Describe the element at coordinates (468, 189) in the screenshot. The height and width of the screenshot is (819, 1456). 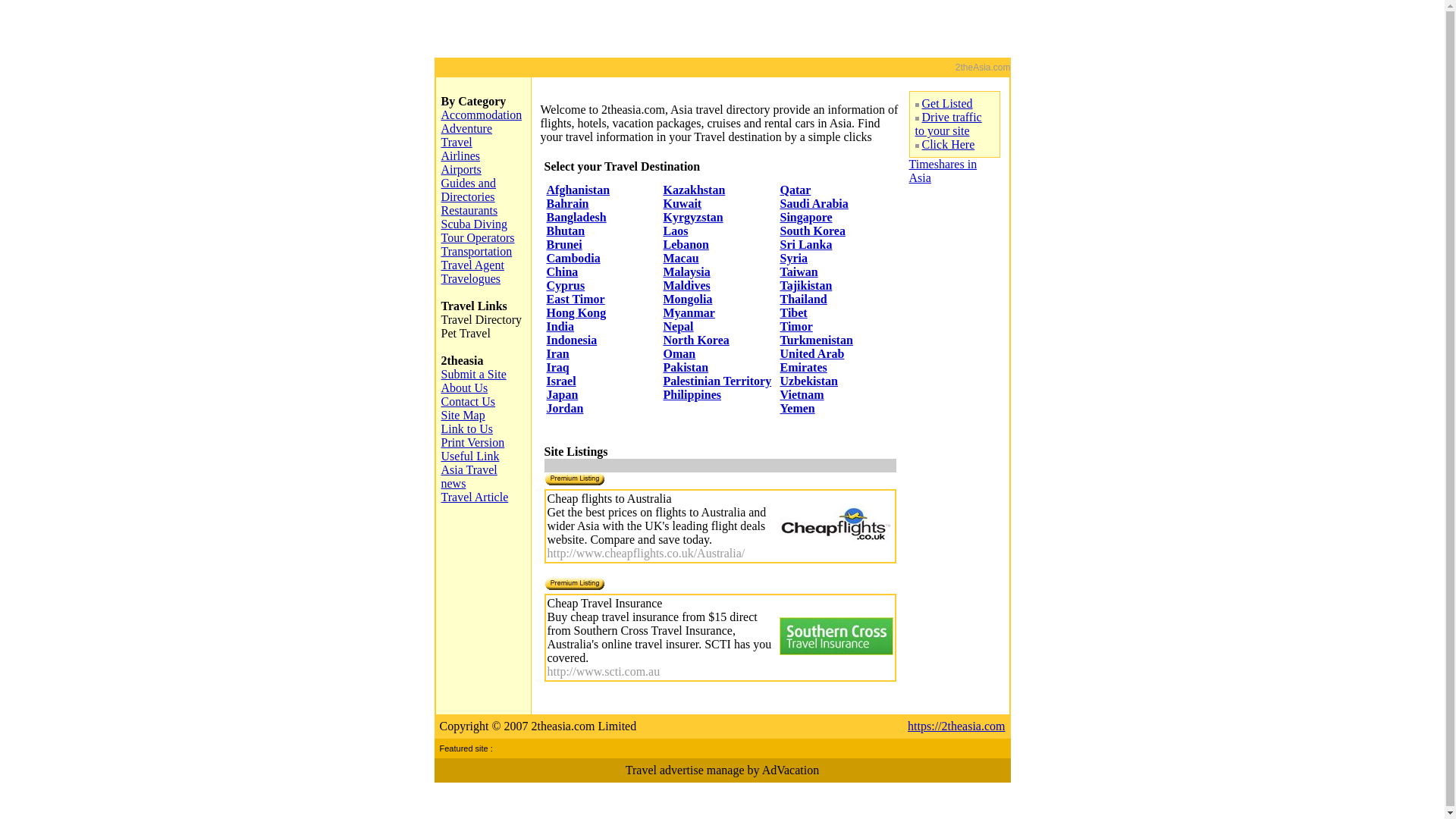
I see `'Guides and Directories'` at that location.